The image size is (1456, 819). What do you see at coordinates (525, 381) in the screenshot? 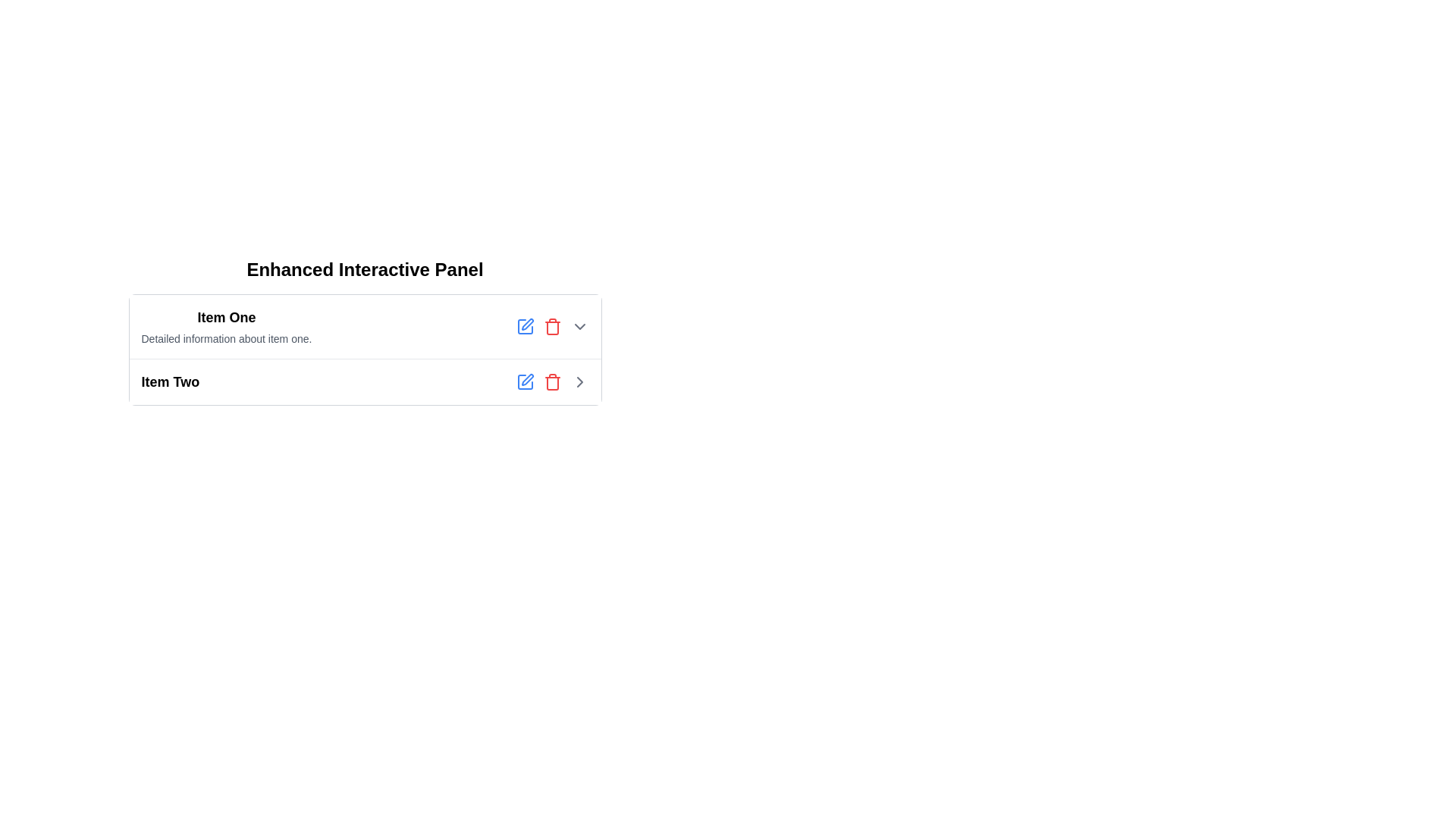
I see `the interactive button with a pen icon, located to the right of 'Item Two'` at bounding box center [525, 381].